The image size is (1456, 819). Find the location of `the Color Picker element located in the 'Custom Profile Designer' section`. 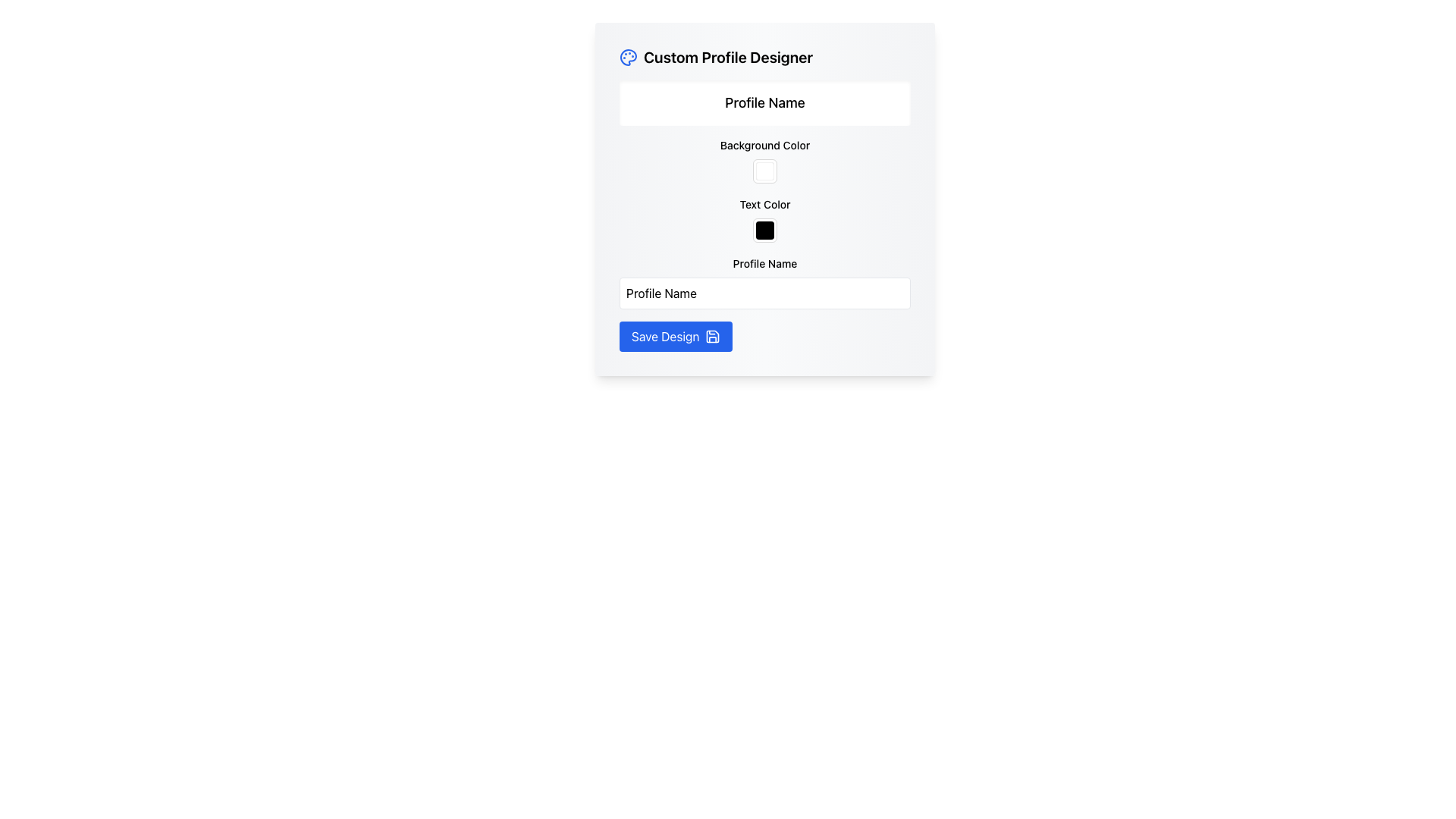

the Color Picker element located in the 'Custom Profile Designer' section is located at coordinates (764, 220).